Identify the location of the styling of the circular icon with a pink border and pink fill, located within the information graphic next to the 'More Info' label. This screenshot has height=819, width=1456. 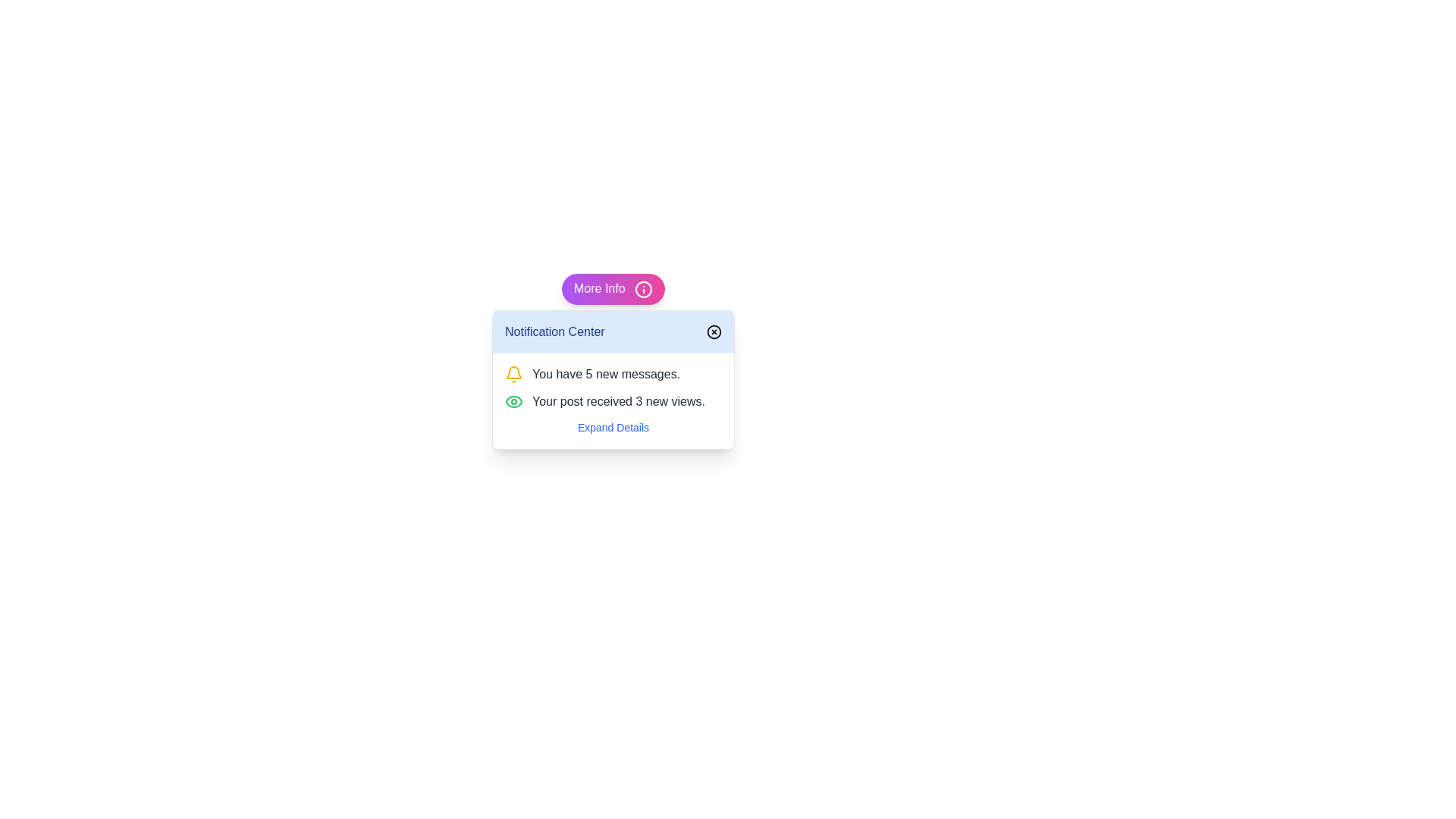
(644, 289).